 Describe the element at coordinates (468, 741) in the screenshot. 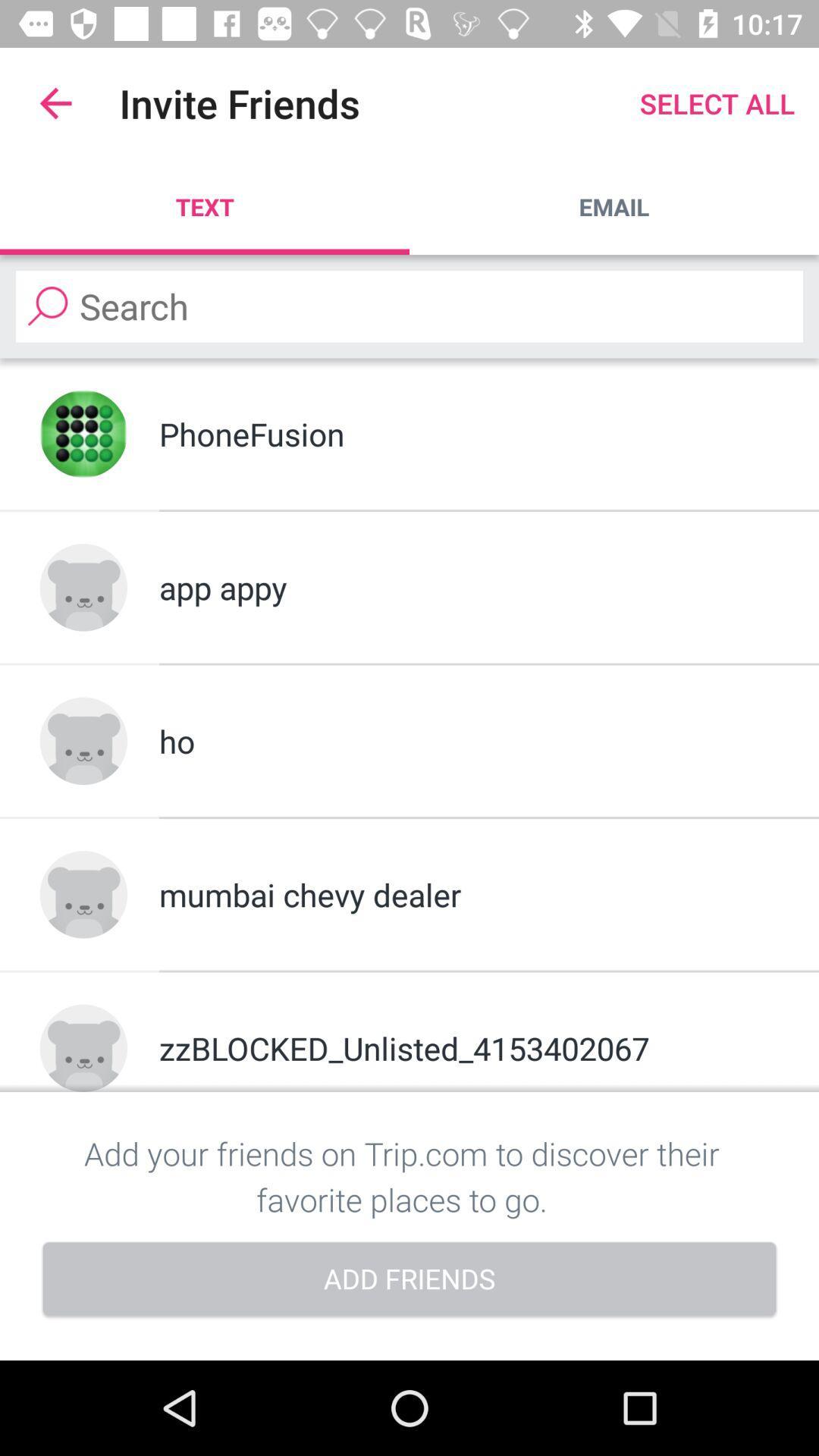

I see `icon above mumbai chevy dealer item` at that location.